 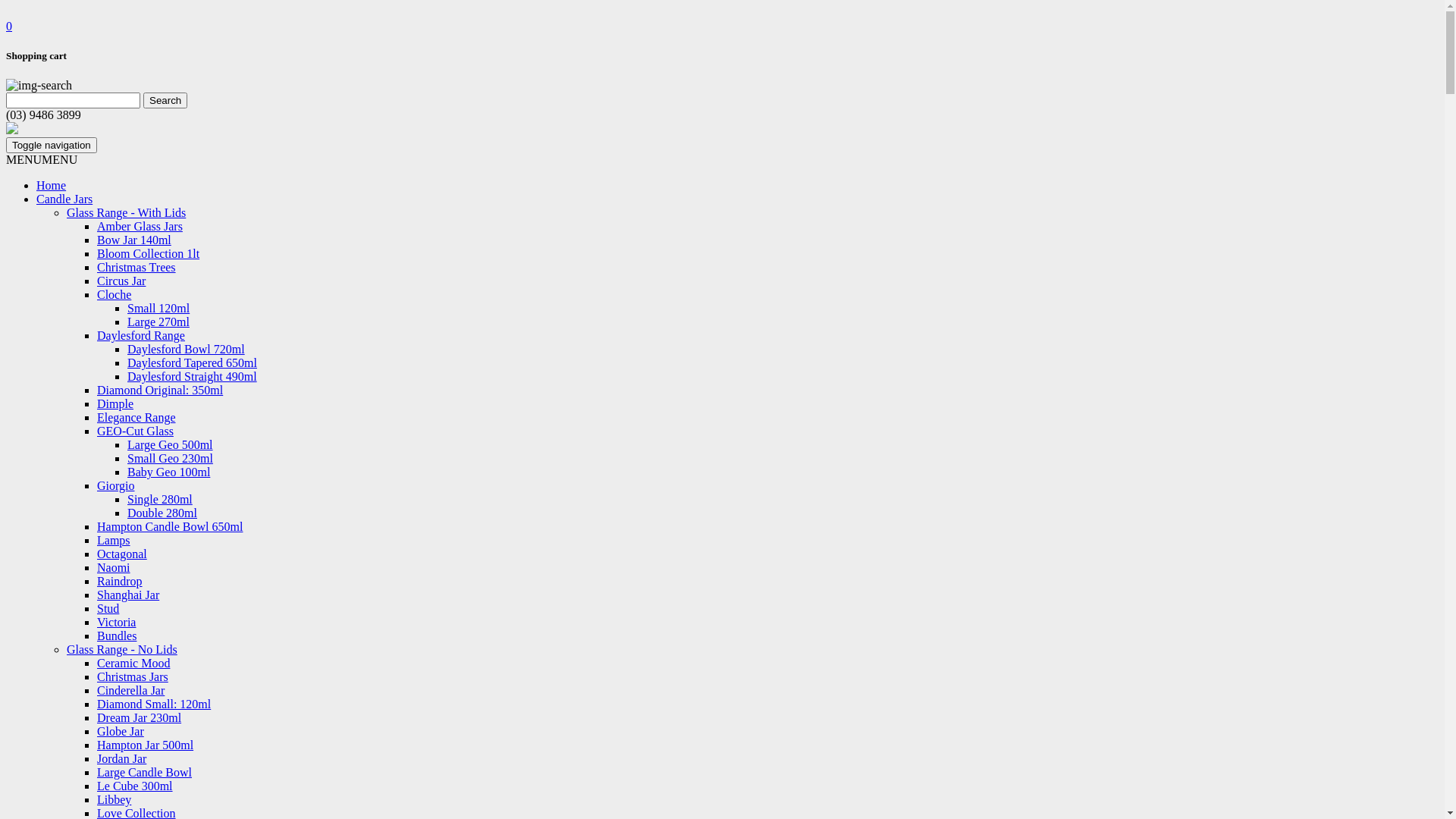 I want to click on 'Diamond Original: 350ml', so click(x=160, y=389).